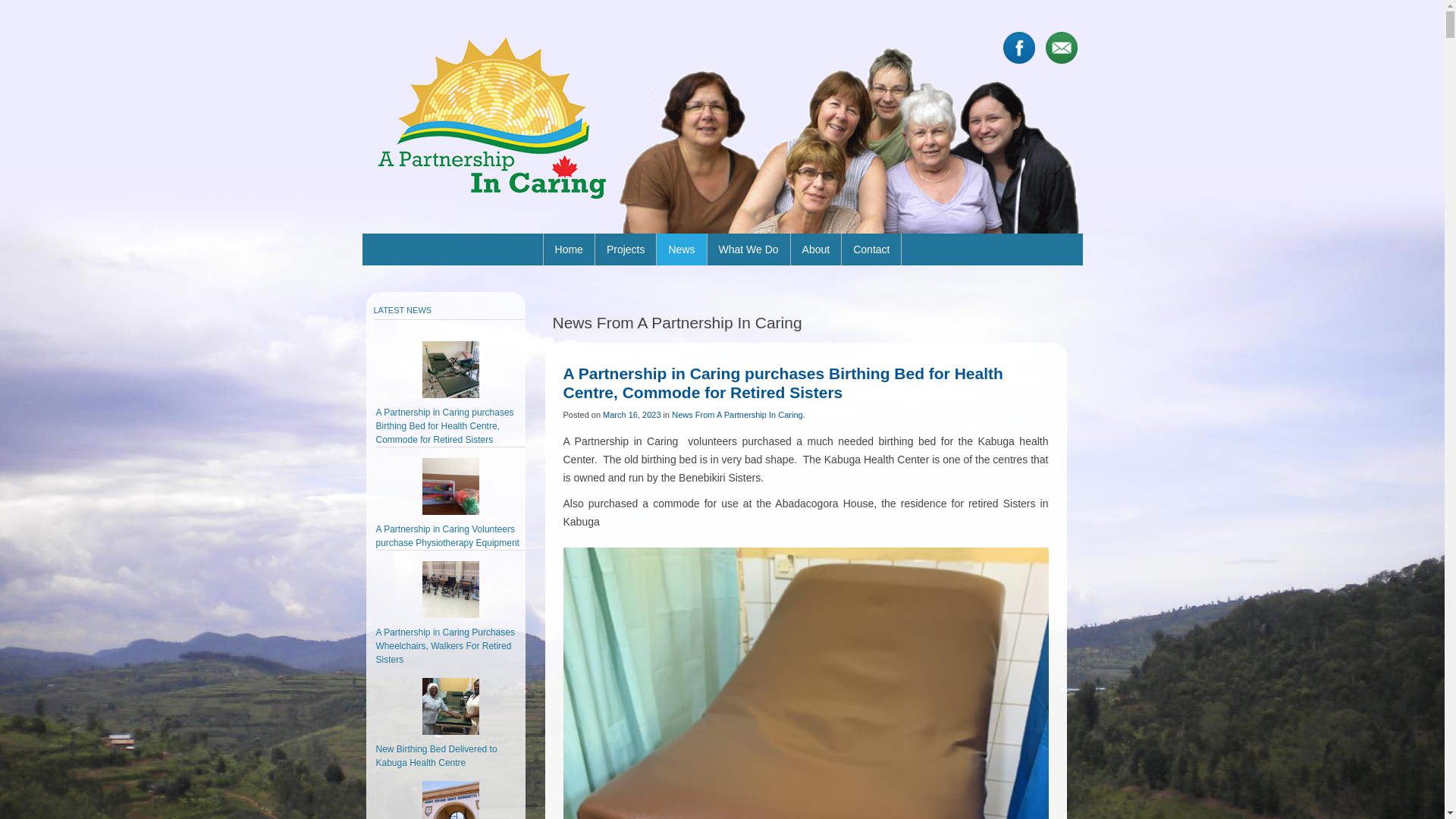  What do you see at coordinates (840, 248) in the screenshot?
I see `'Contact'` at bounding box center [840, 248].